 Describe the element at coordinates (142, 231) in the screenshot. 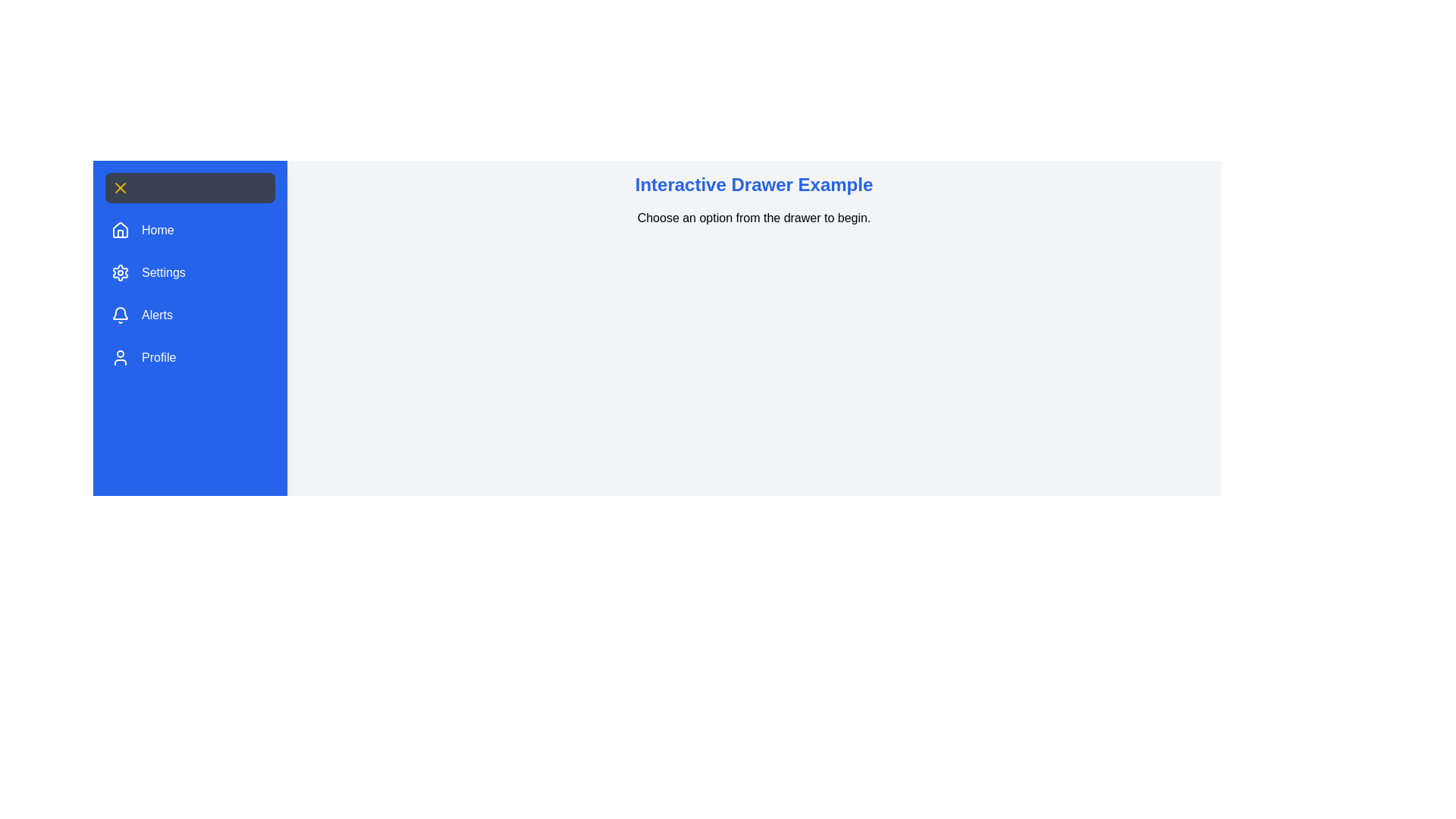

I see `the 'Home' button in the drawer` at that location.